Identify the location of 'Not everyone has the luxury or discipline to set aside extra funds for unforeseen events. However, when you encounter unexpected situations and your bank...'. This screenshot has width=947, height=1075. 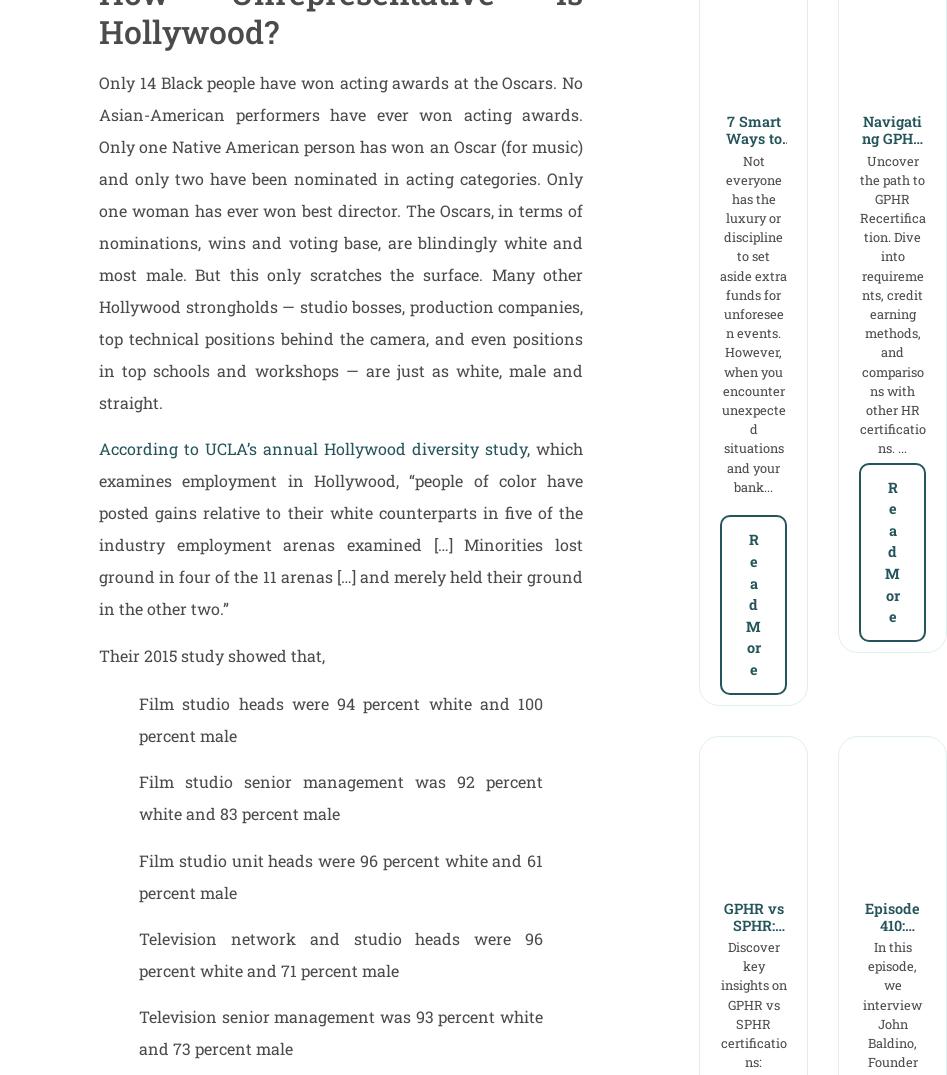
(752, 322).